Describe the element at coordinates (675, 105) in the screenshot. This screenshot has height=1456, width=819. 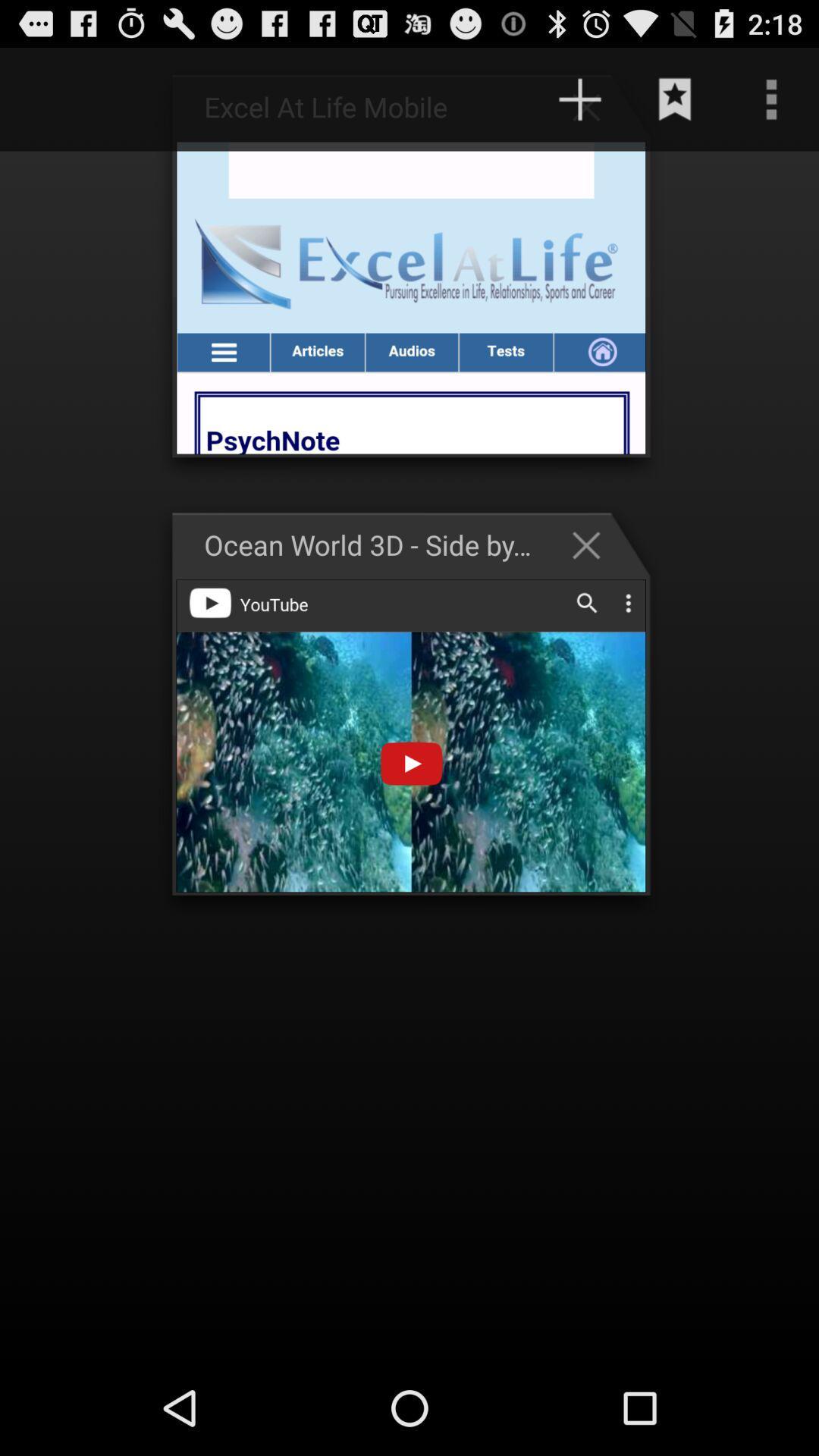
I see `the bookmark icon` at that location.